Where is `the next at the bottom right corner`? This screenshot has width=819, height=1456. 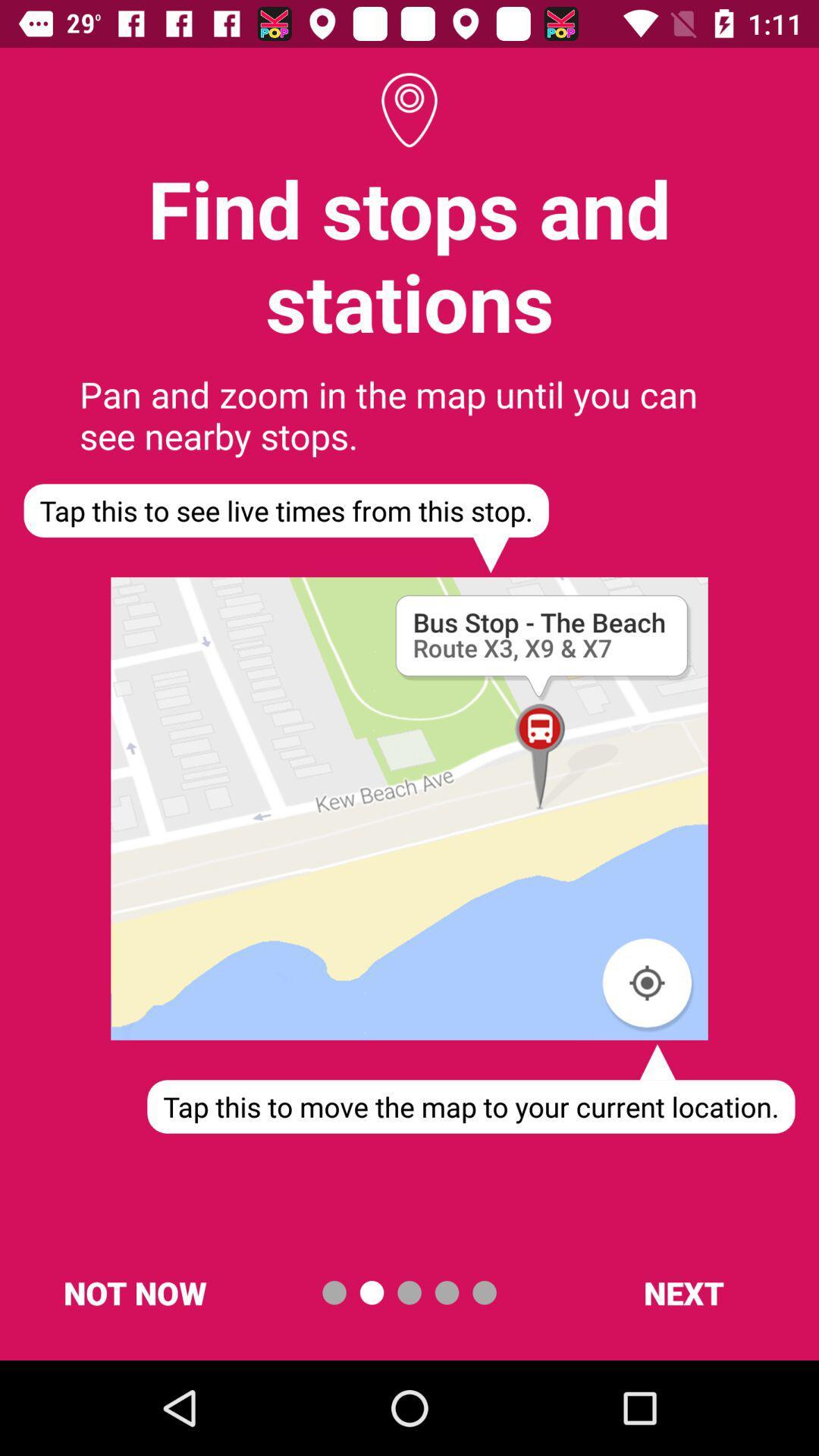
the next at the bottom right corner is located at coordinates (683, 1291).